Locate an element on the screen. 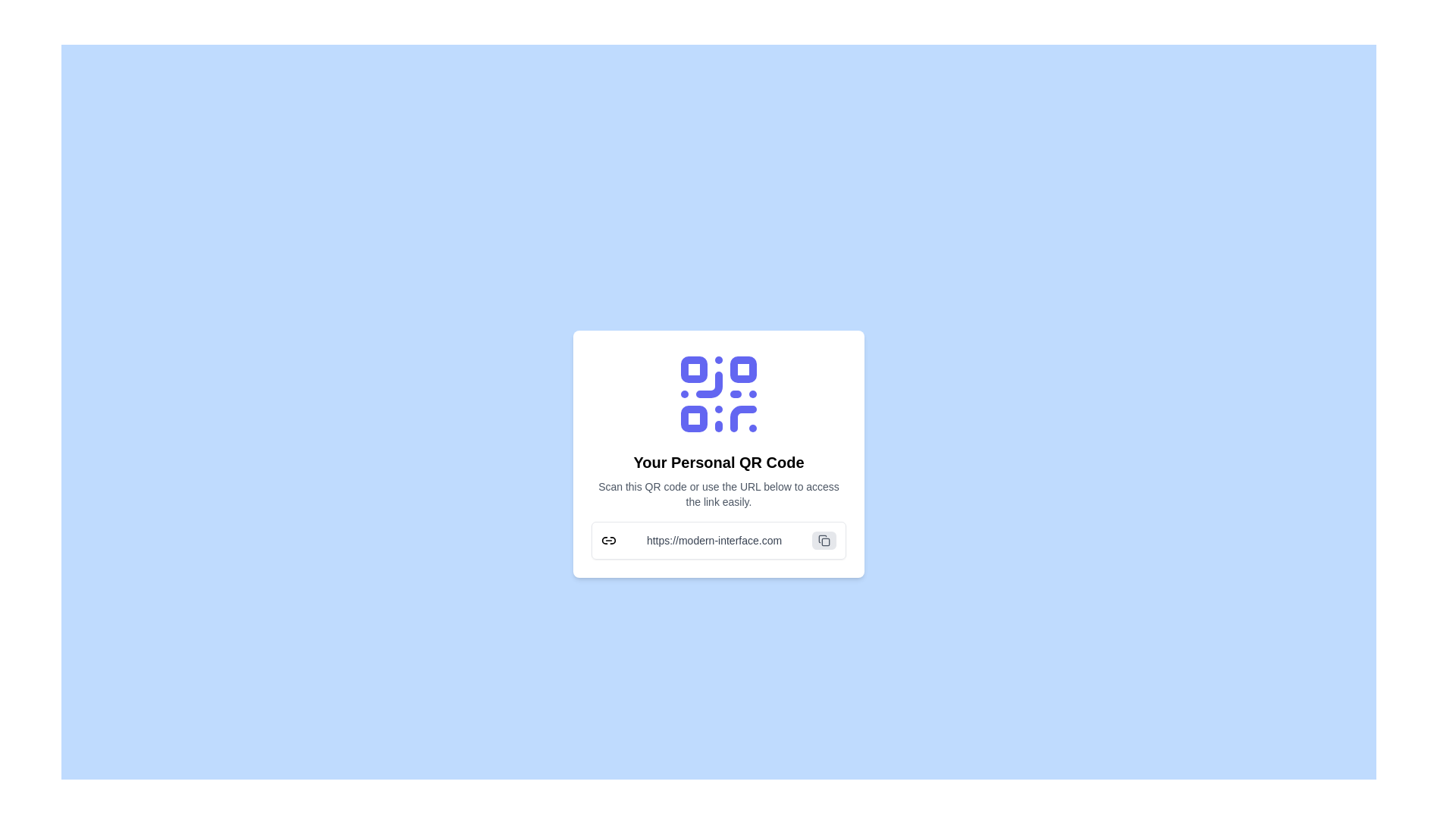 The width and height of the screenshot is (1456, 819). the icon that visually indicates the presence of a hyperlink, positioned to the left of the text 'https://modern-interface.com' is located at coordinates (608, 540).